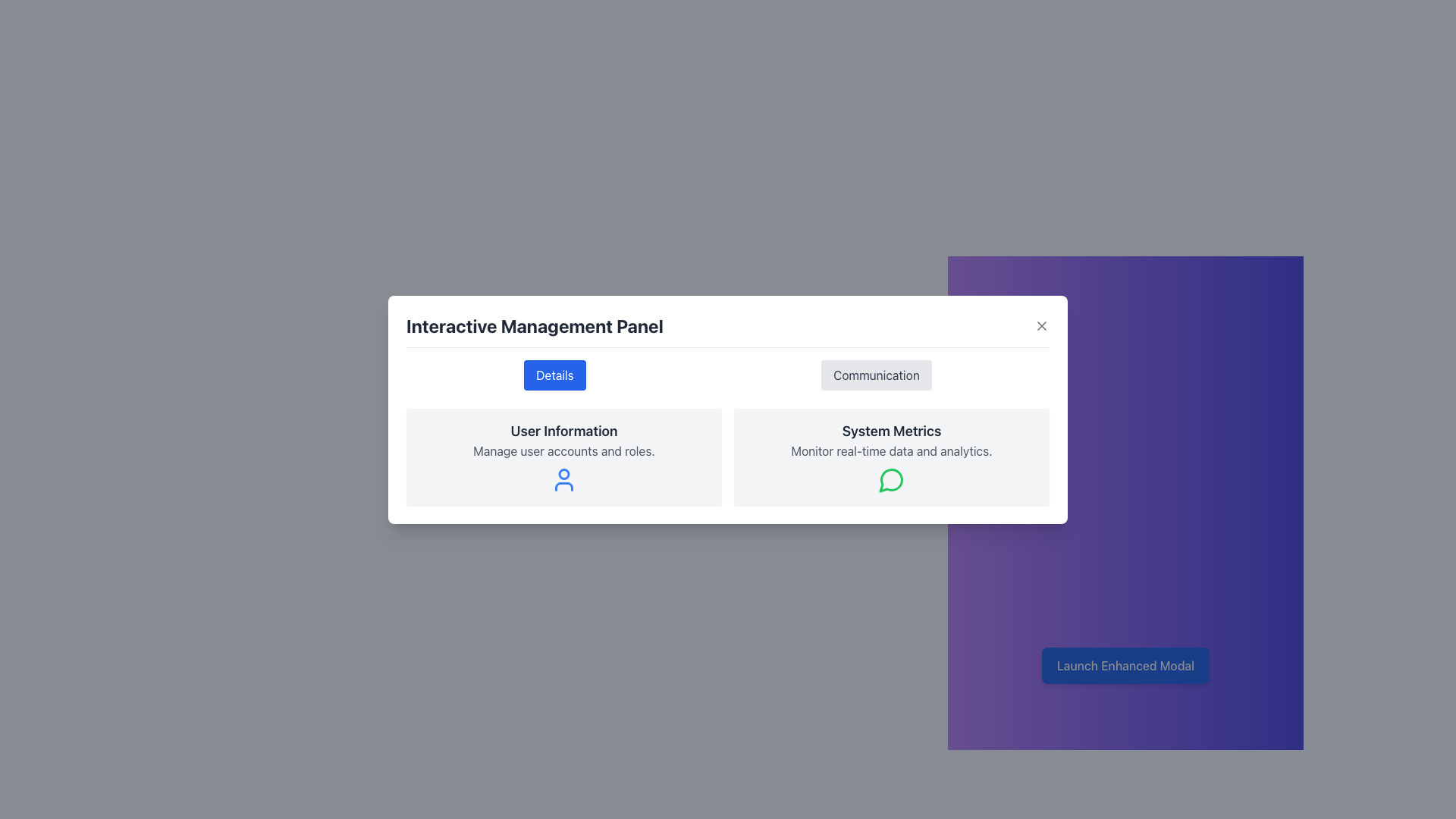  Describe the element at coordinates (535, 325) in the screenshot. I see `text from the prominent 'Interactive Management Panel' label displayed in bold, large dark gray font at the top-left section of the modal dialog header` at that location.